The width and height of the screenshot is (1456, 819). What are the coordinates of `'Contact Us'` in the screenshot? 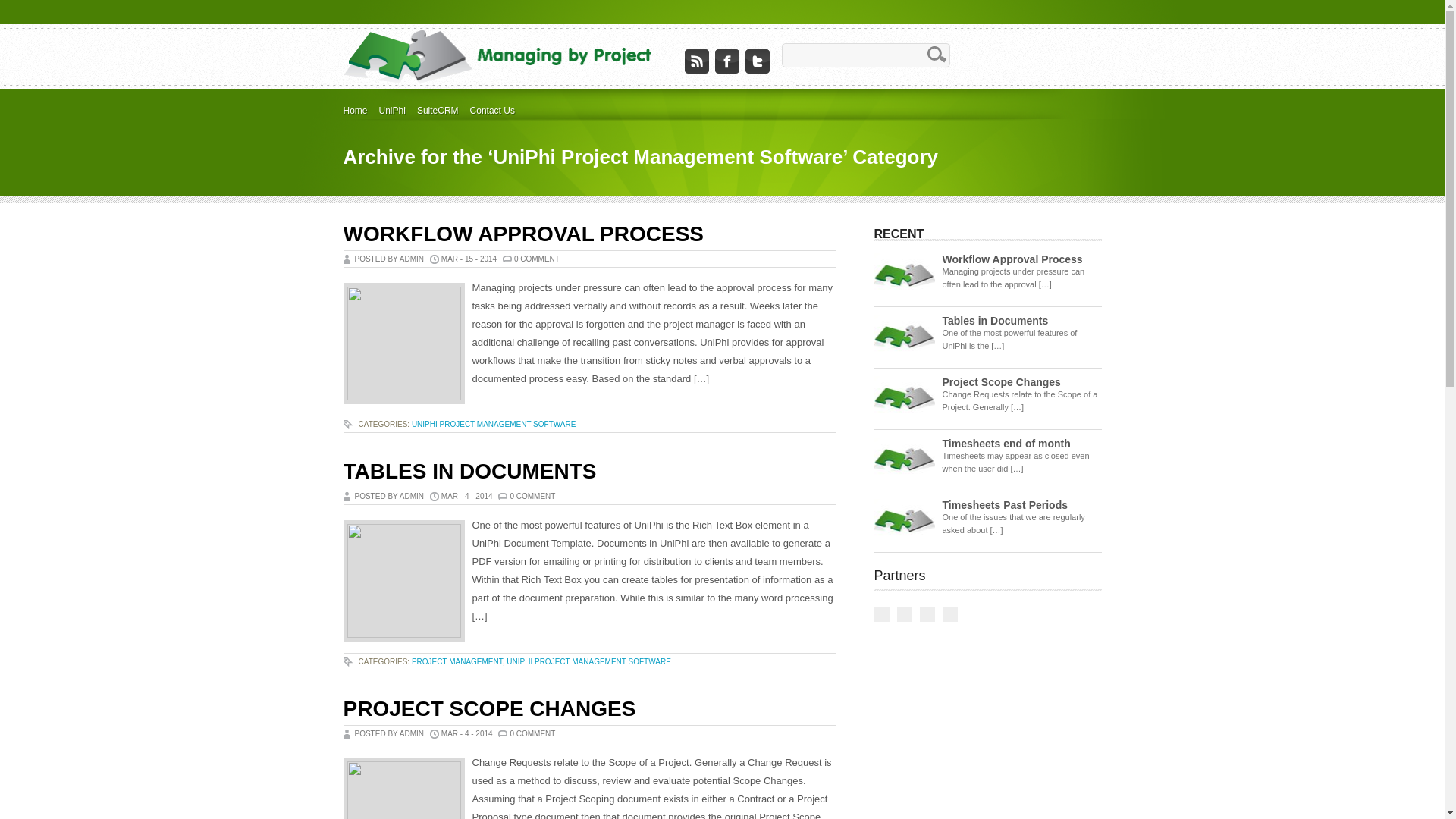 It's located at (498, 110).